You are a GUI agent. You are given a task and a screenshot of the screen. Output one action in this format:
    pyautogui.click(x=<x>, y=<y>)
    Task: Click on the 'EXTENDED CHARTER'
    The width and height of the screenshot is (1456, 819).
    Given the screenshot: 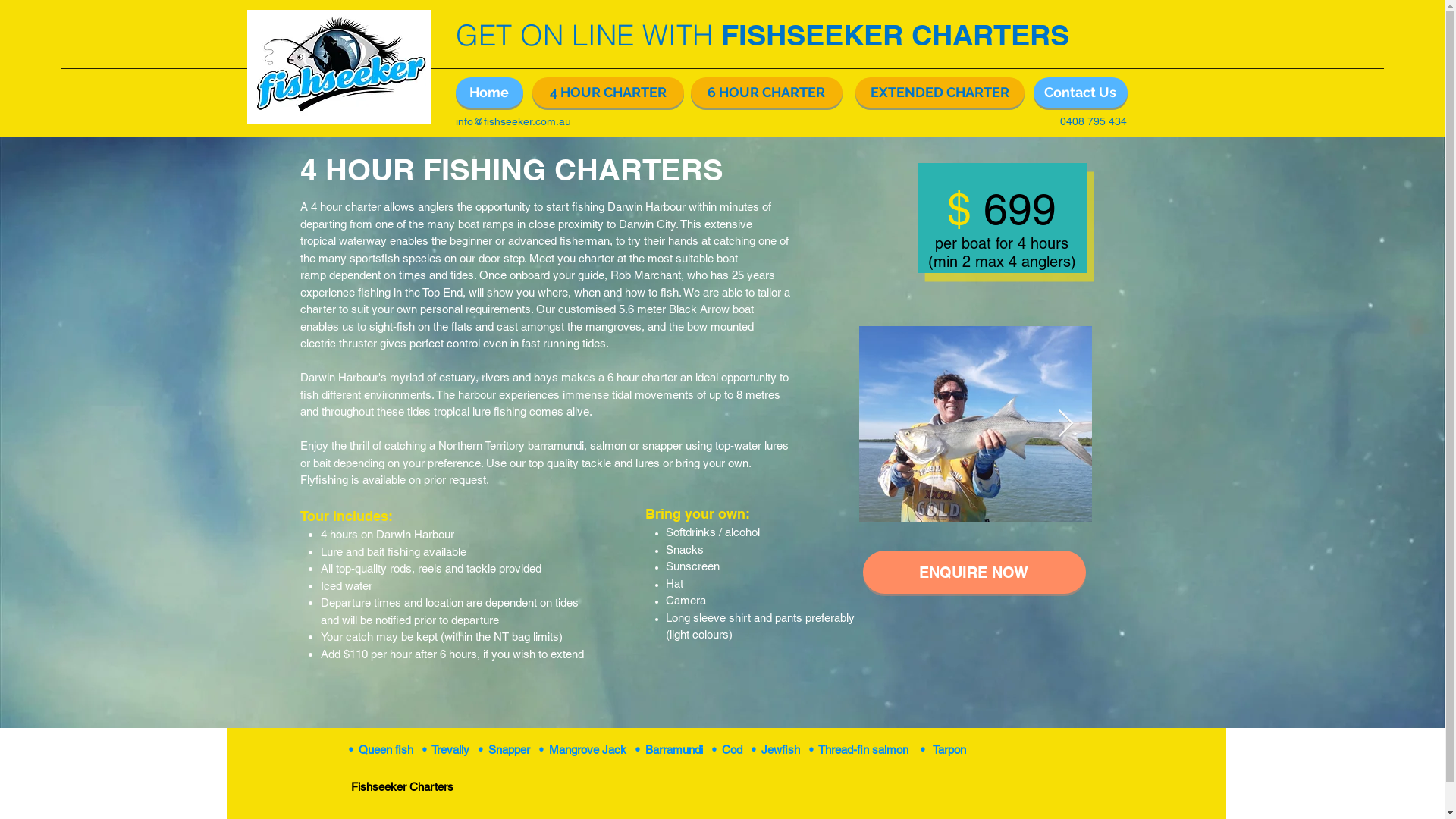 What is the action you would take?
    pyautogui.click(x=939, y=93)
    